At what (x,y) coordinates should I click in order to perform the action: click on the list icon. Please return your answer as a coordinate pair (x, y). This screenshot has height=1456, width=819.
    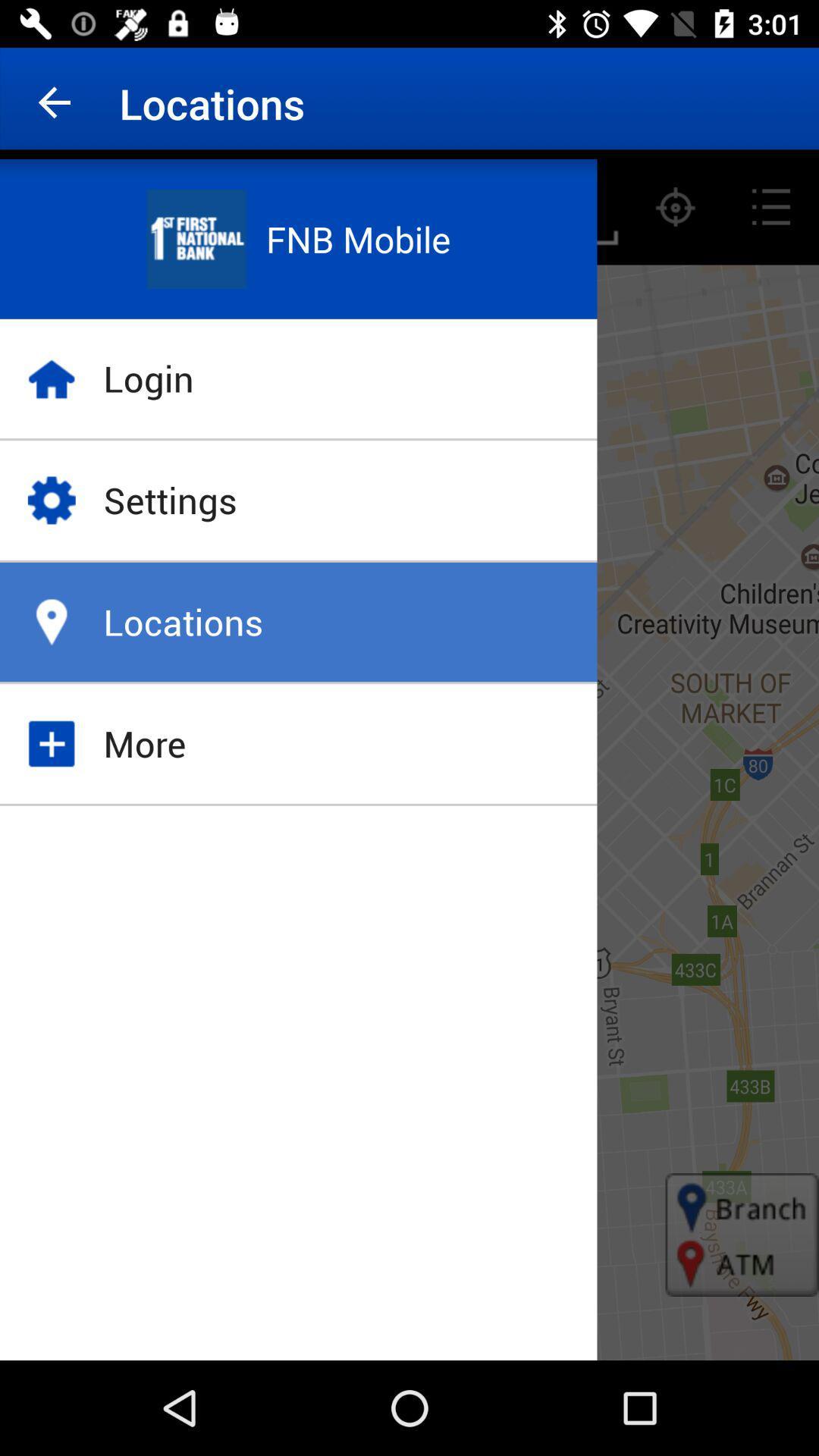
    Looking at the image, I should click on (771, 206).